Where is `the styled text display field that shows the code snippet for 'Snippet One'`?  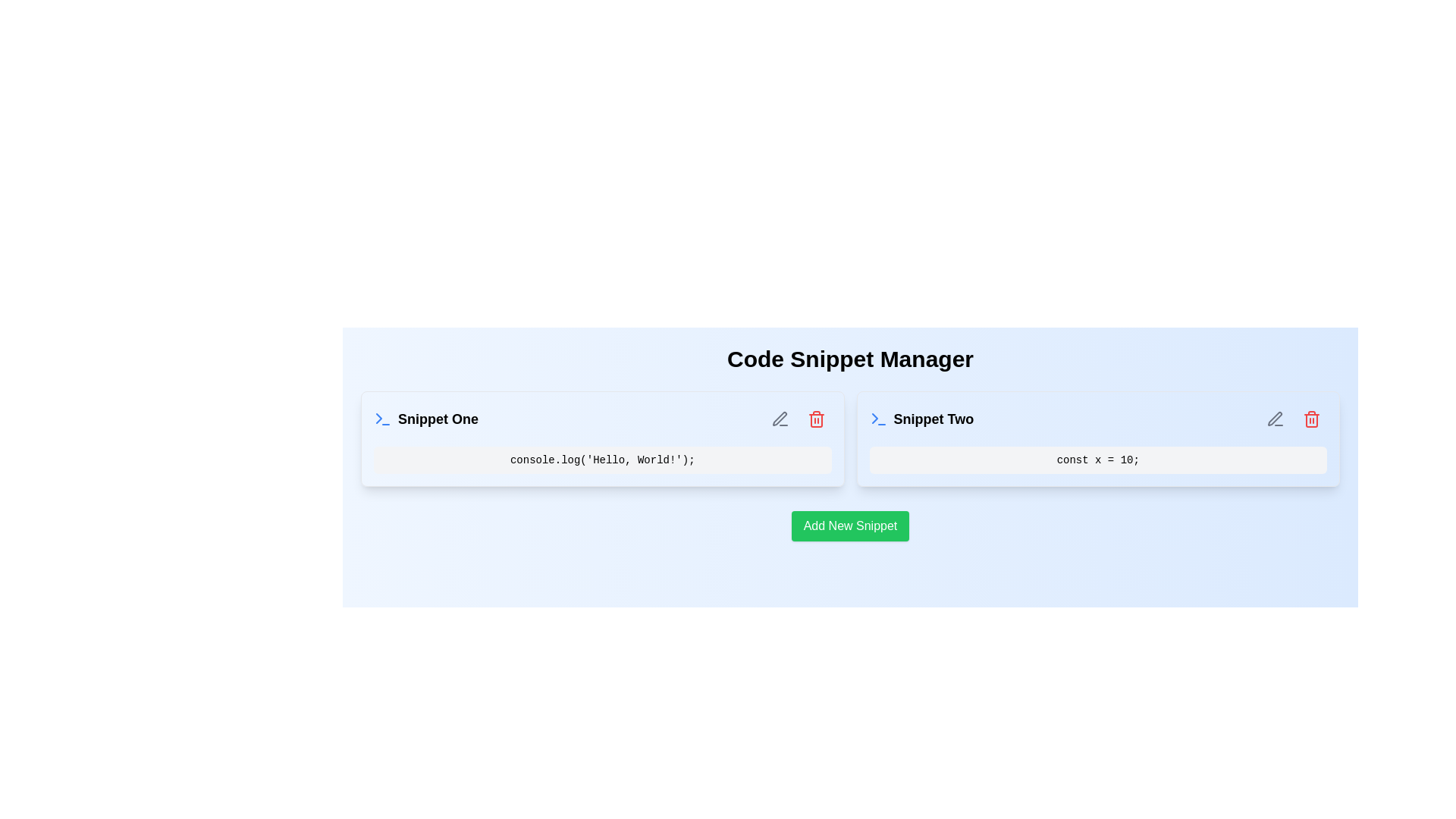
the styled text display field that shows the code snippet for 'Snippet One' is located at coordinates (601, 459).